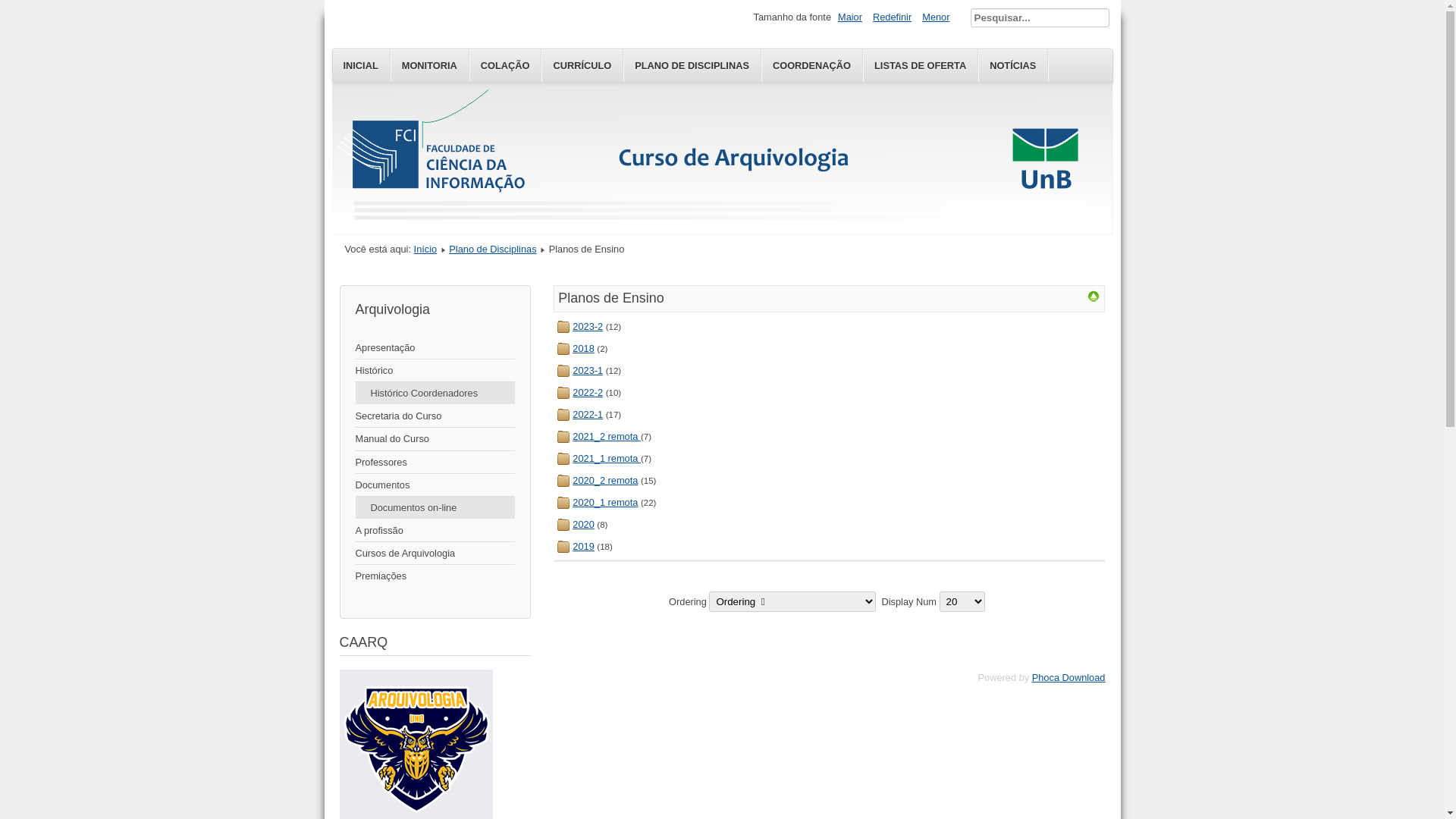 This screenshot has height=819, width=1456. I want to click on '2023-2', so click(586, 325).